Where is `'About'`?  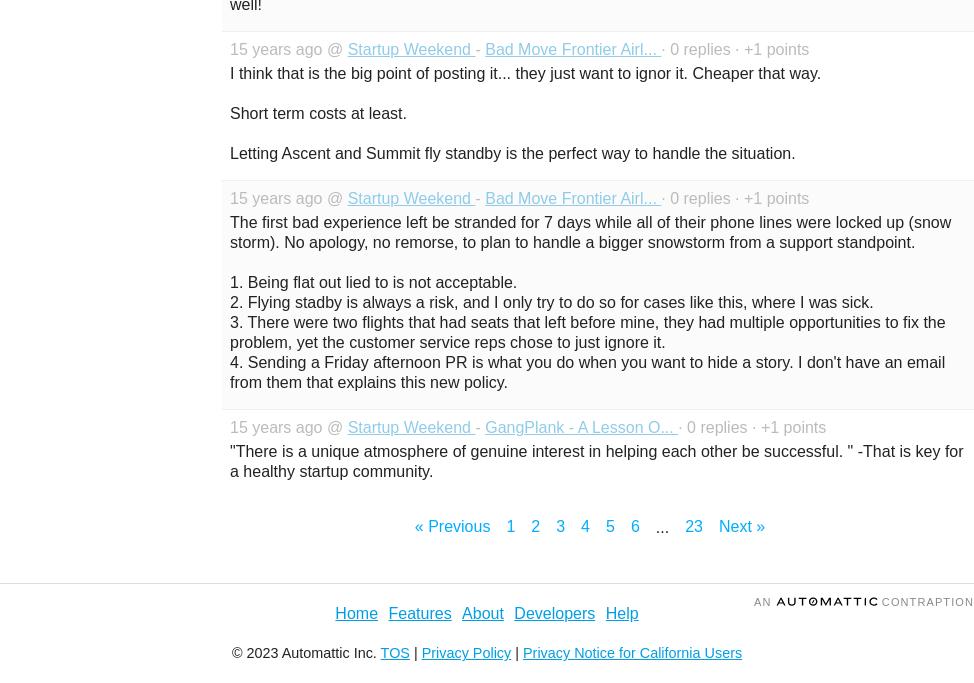 'About' is located at coordinates (481, 613).